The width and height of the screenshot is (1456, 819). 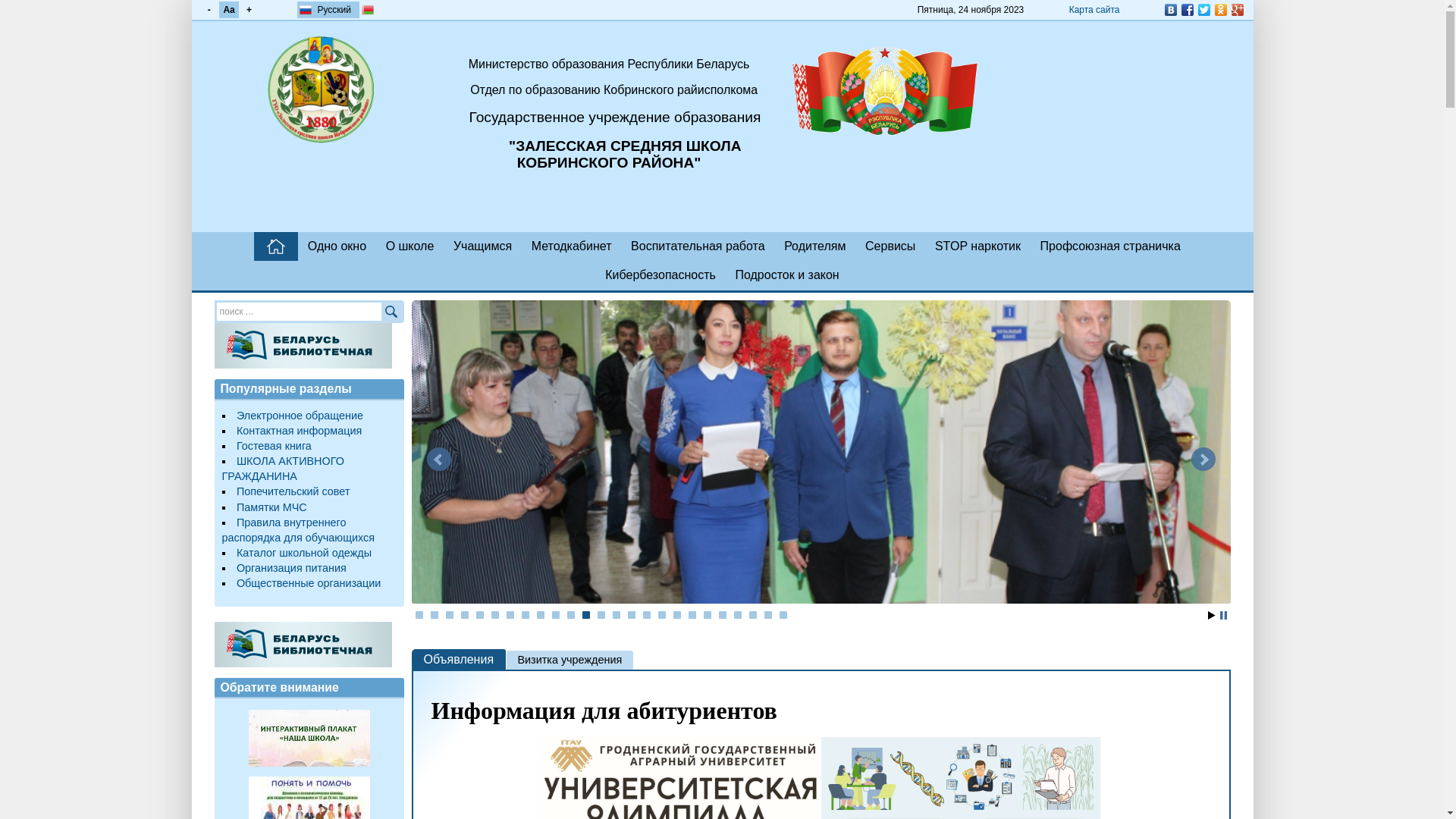 I want to click on '9', so click(x=541, y=614).